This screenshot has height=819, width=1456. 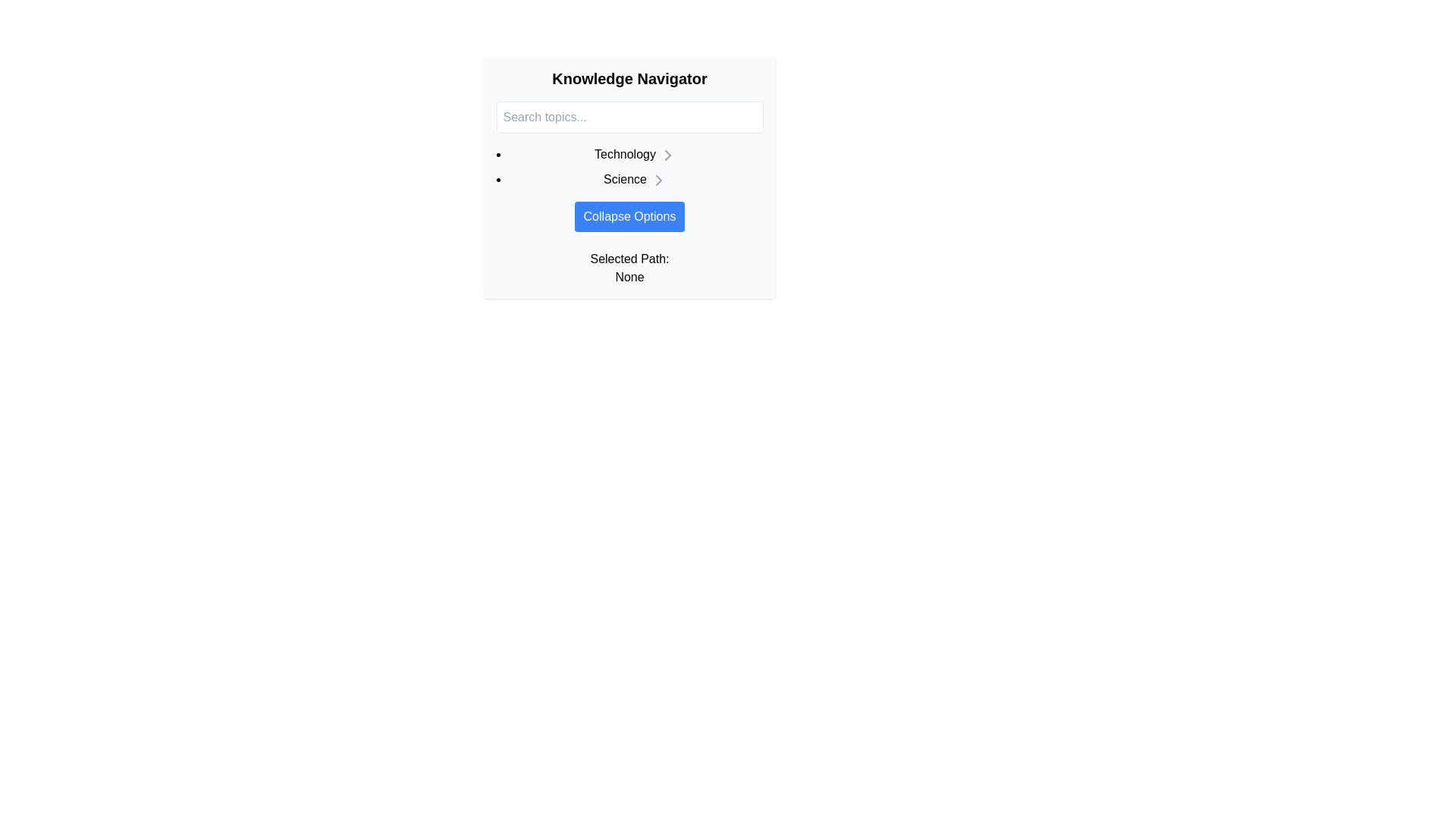 I want to click on the clickable text link with an icon that navigates to the 'Science' section of the application, so click(x=635, y=179).